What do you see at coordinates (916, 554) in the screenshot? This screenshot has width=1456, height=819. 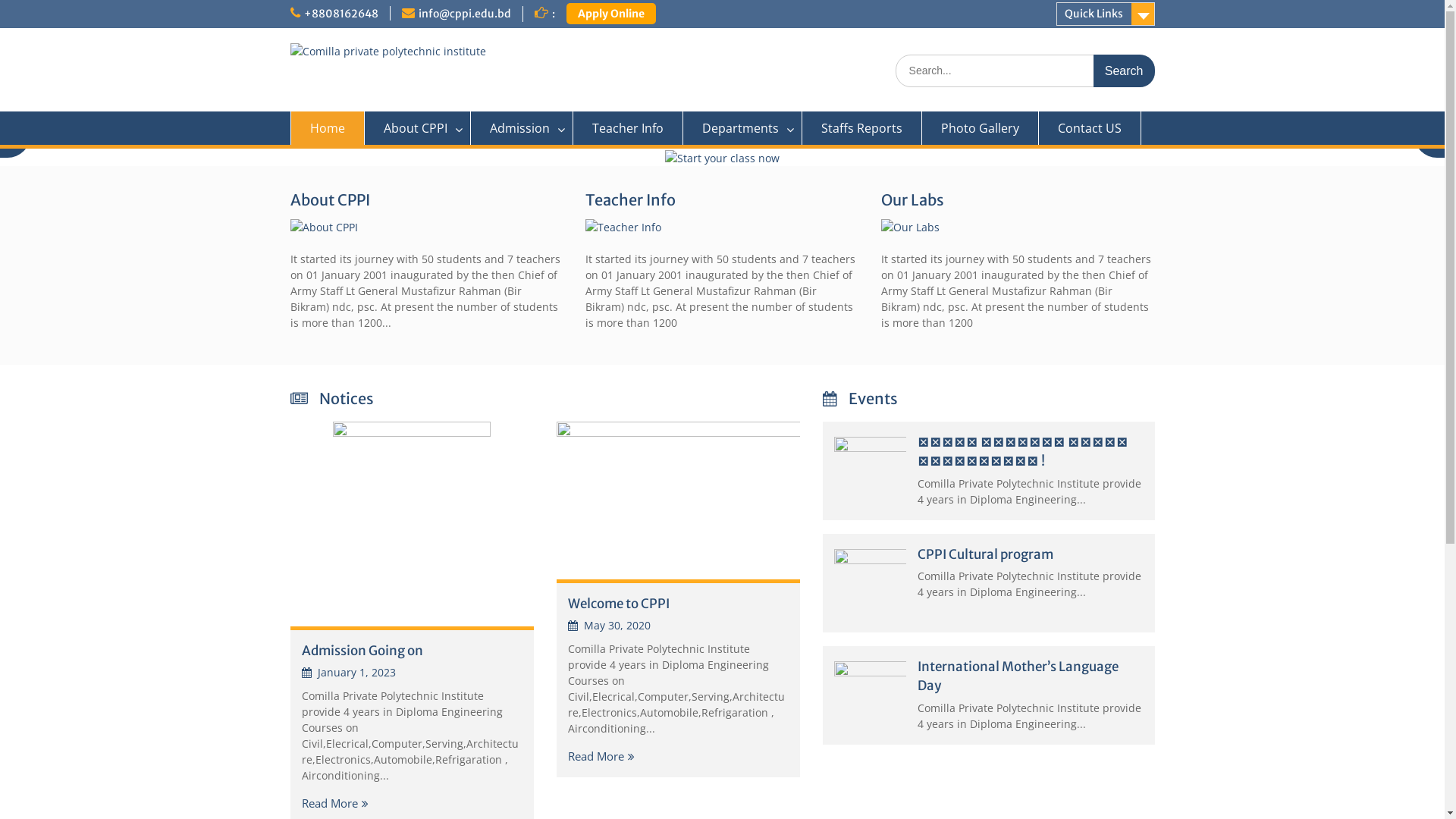 I see `'CPPI Cultural program'` at bounding box center [916, 554].